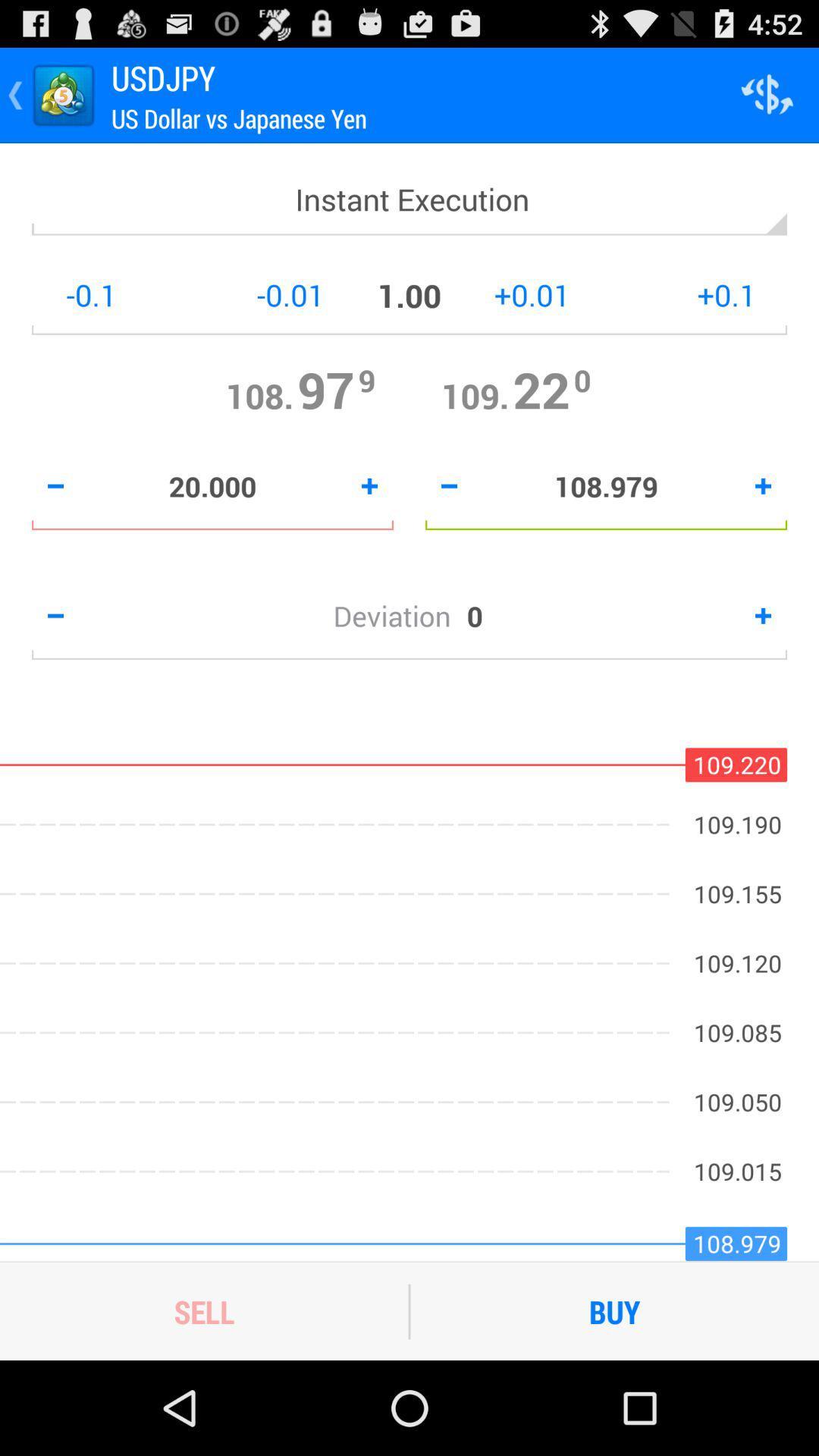 Image resolution: width=819 pixels, height=1456 pixels. Describe the element at coordinates (767, 94) in the screenshot. I see `the icon which is below 452` at that location.